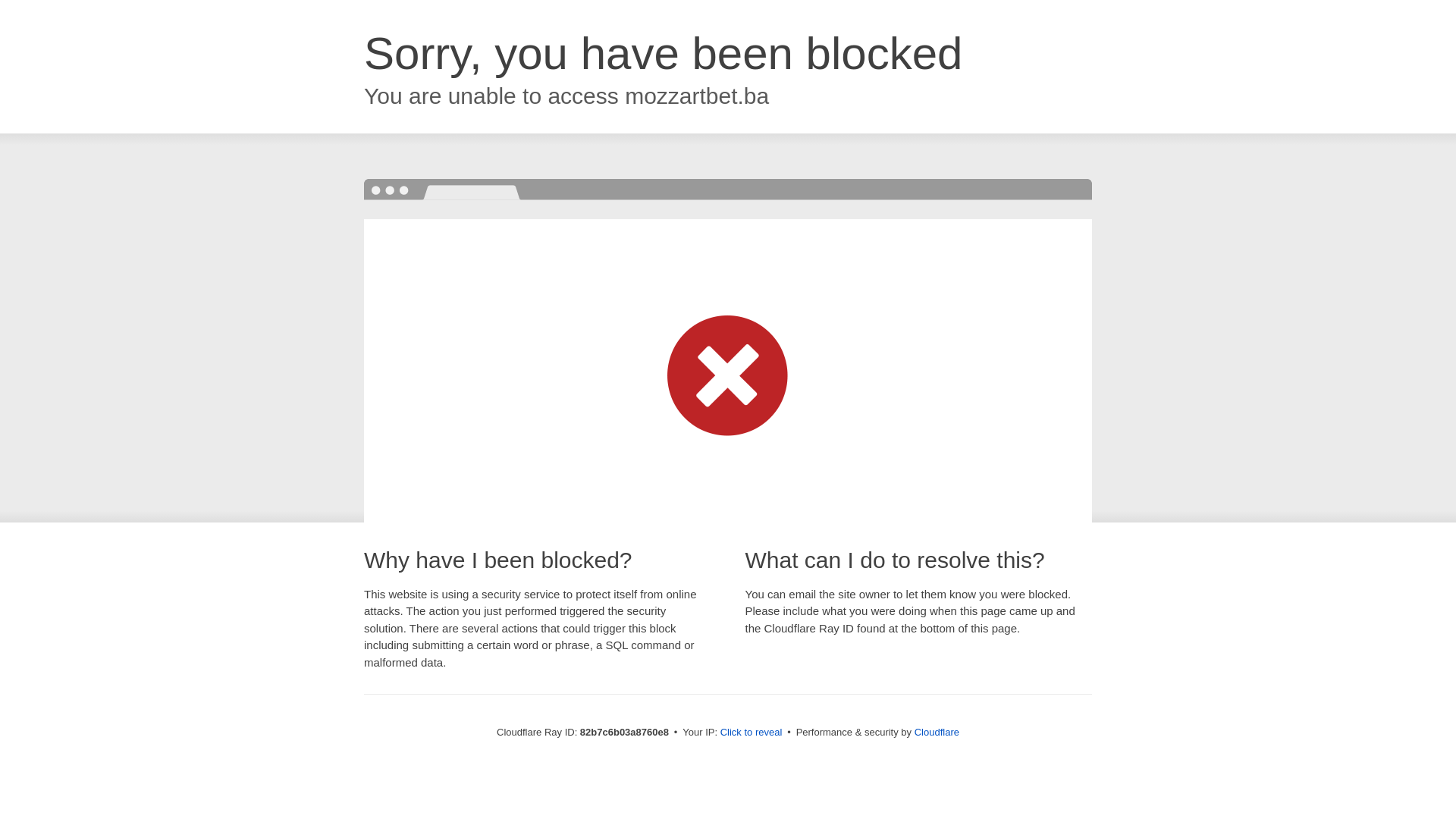 This screenshot has height=819, width=1456. Describe the element at coordinates (936, 731) in the screenshot. I see `'Cloudflare'` at that location.